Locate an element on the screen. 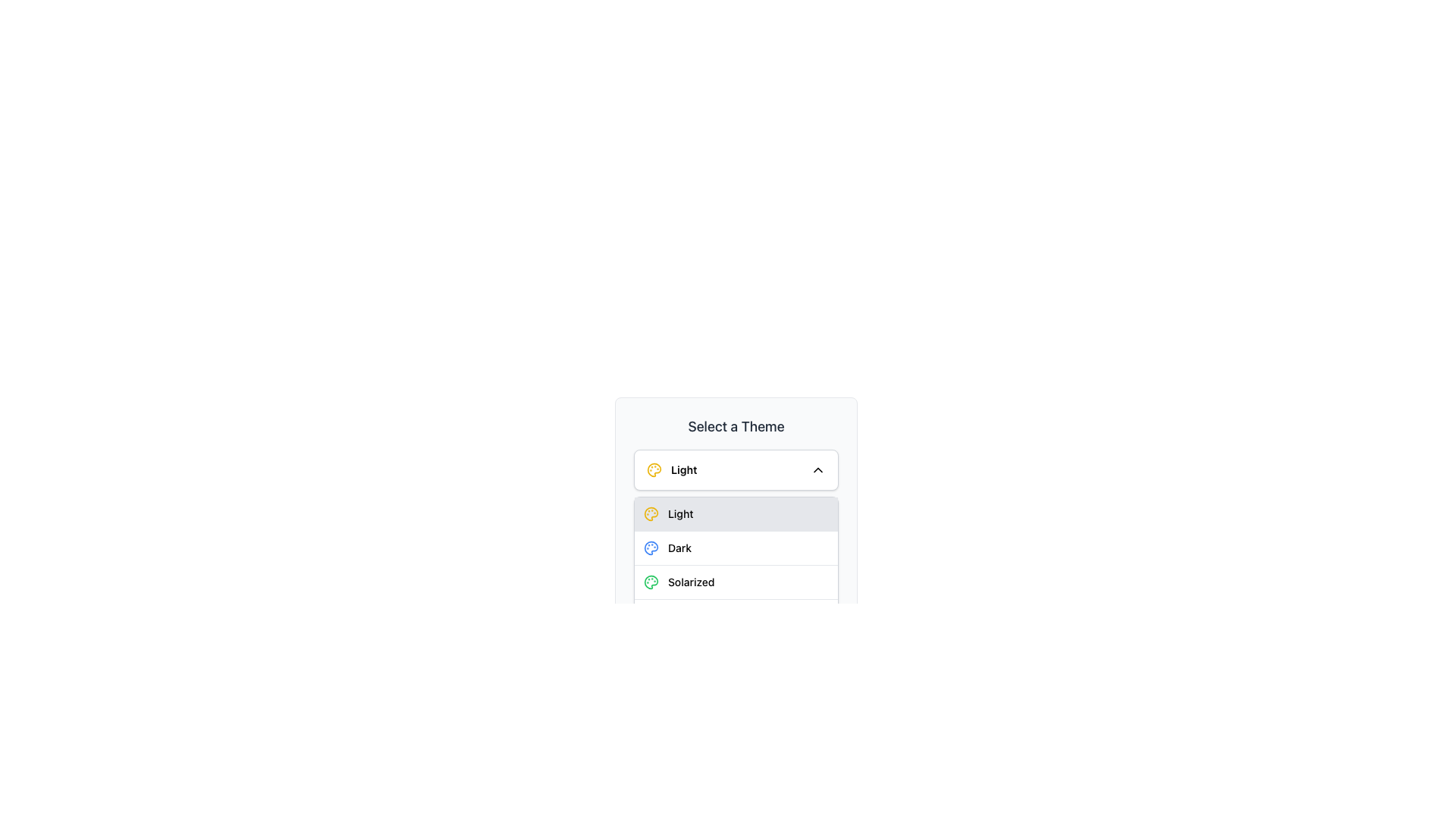 The height and width of the screenshot is (819, 1456). the circular icon resembling an artist's palette, which is displayed in yellow tones and is part of the theme selector dropdown is located at coordinates (651, 513).